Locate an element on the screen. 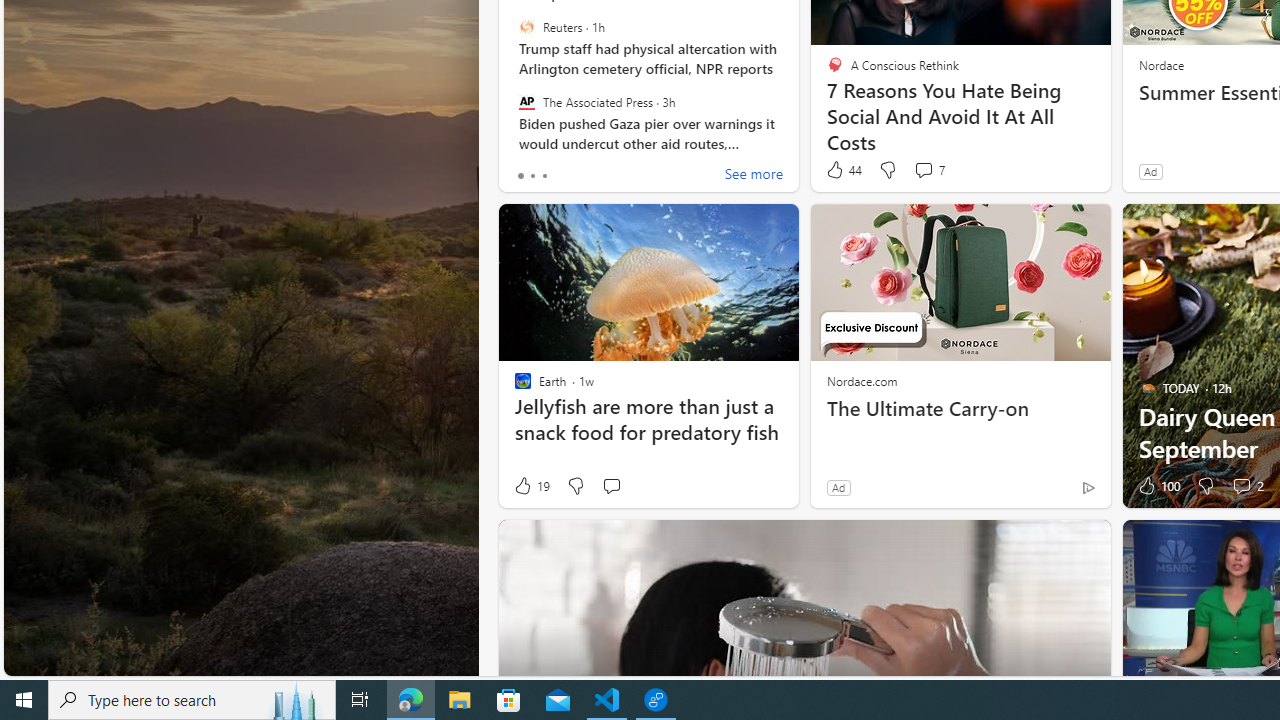 The height and width of the screenshot is (720, 1280). '100 Like' is located at coordinates (1157, 486).